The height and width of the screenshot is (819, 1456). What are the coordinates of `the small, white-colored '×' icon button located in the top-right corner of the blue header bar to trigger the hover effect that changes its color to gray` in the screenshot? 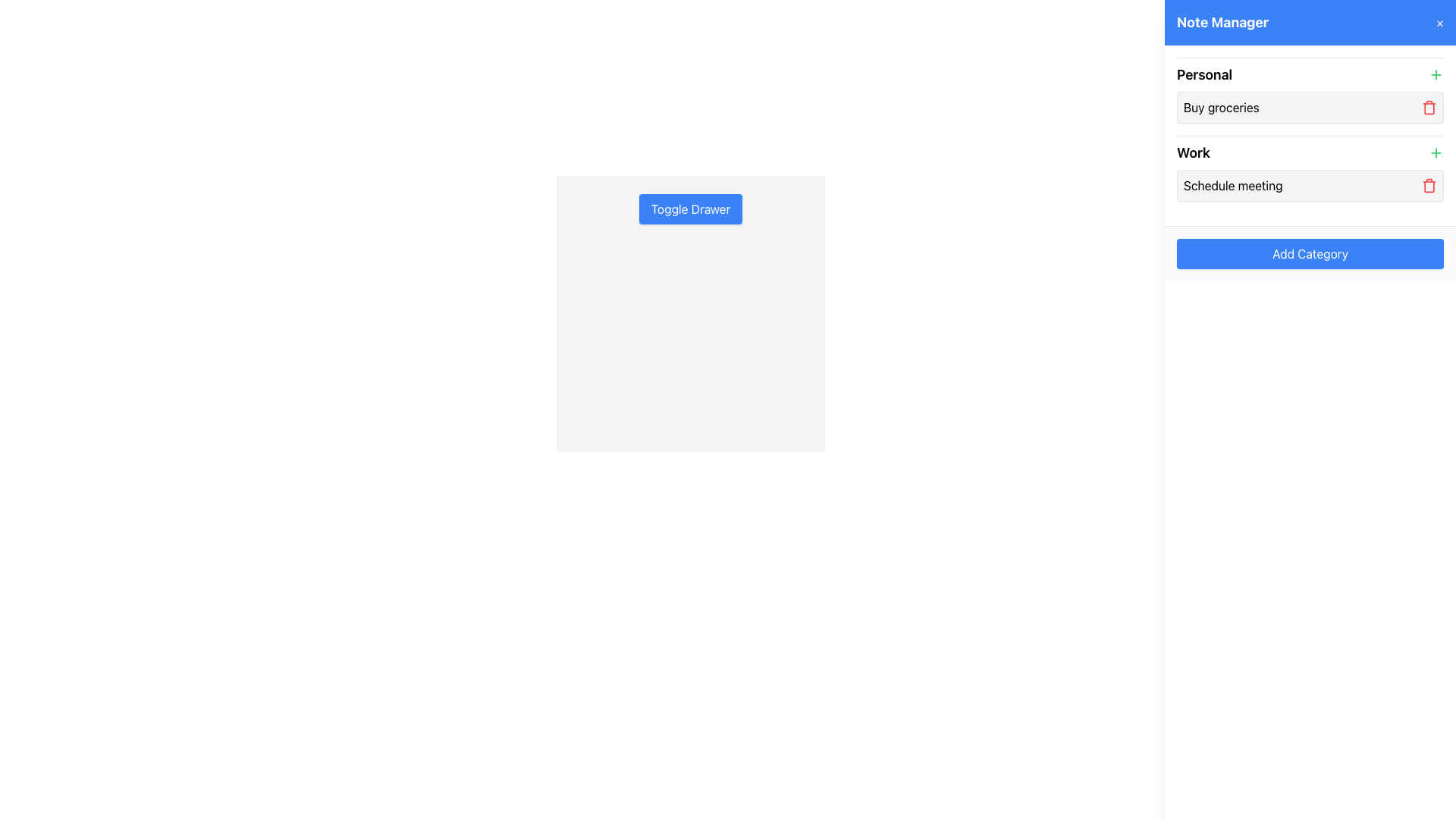 It's located at (1439, 23).